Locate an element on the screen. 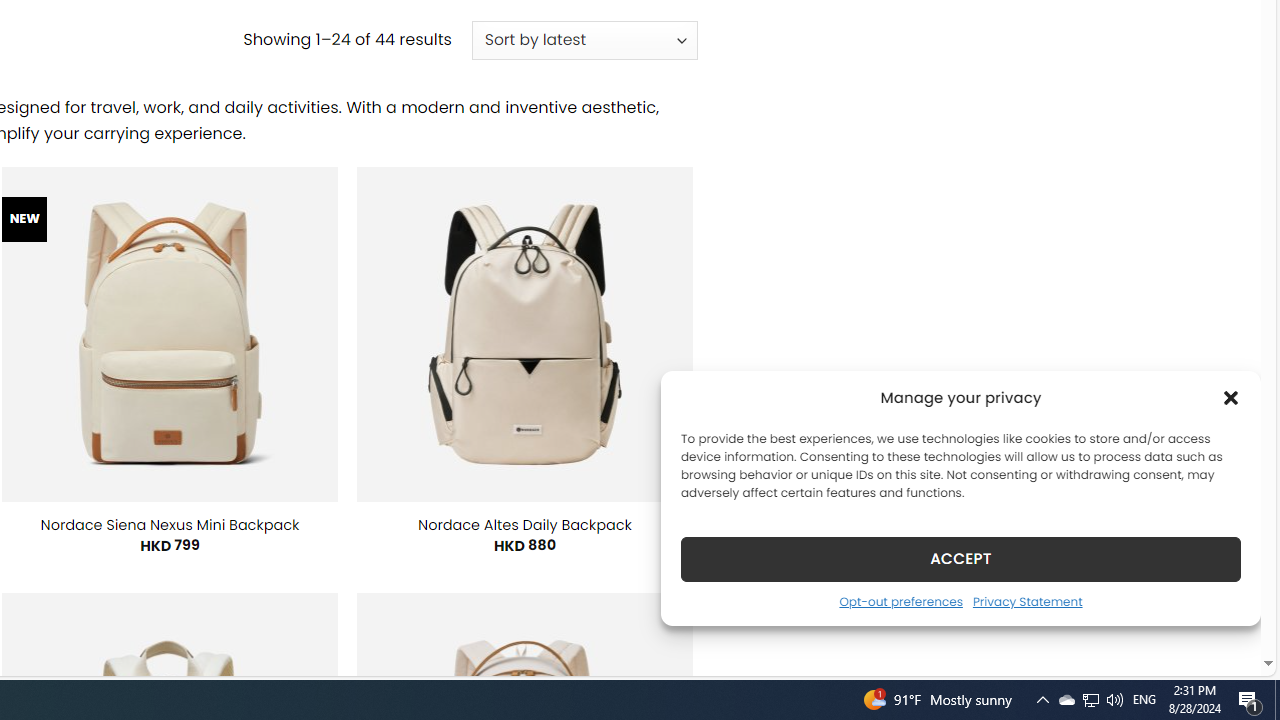 This screenshot has width=1280, height=720. 'ACCEPT' is located at coordinates (961, 558).